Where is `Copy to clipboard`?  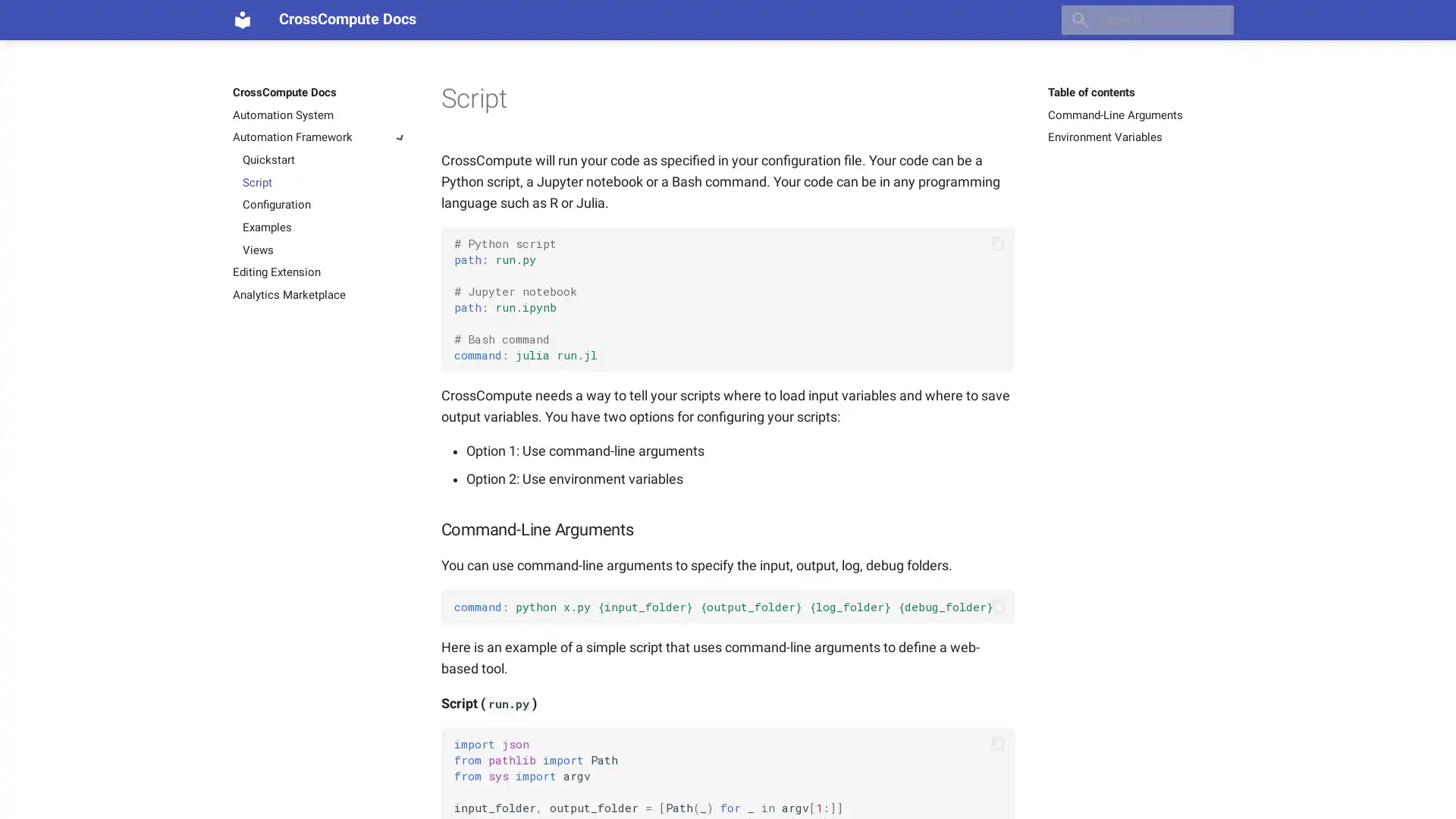
Copy to clipboard is located at coordinates (997, 242).